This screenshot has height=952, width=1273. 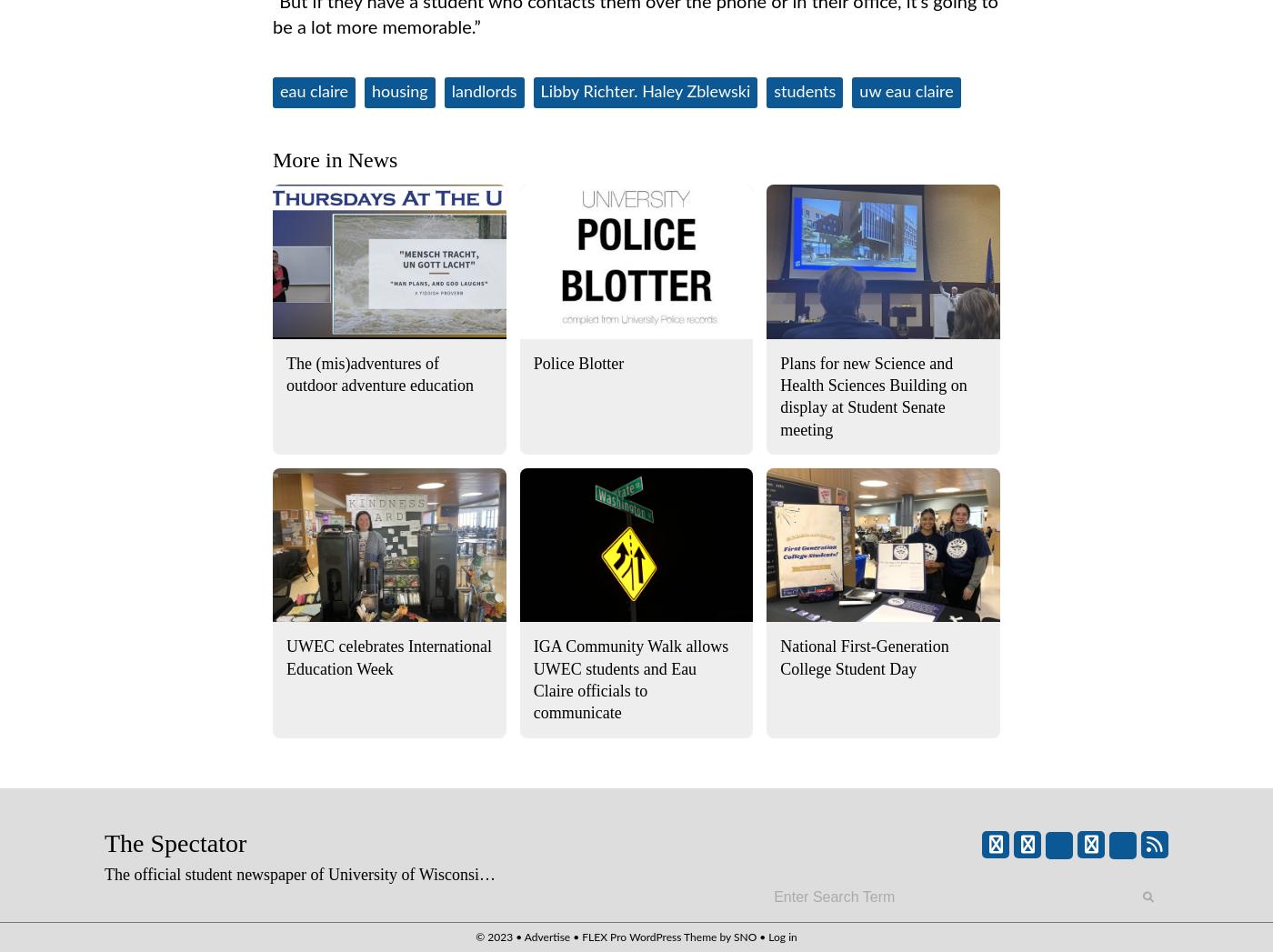 What do you see at coordinates (499, 937) in the screenshot?
I see `'© 2023  •'` at bounding box center [499, 937].